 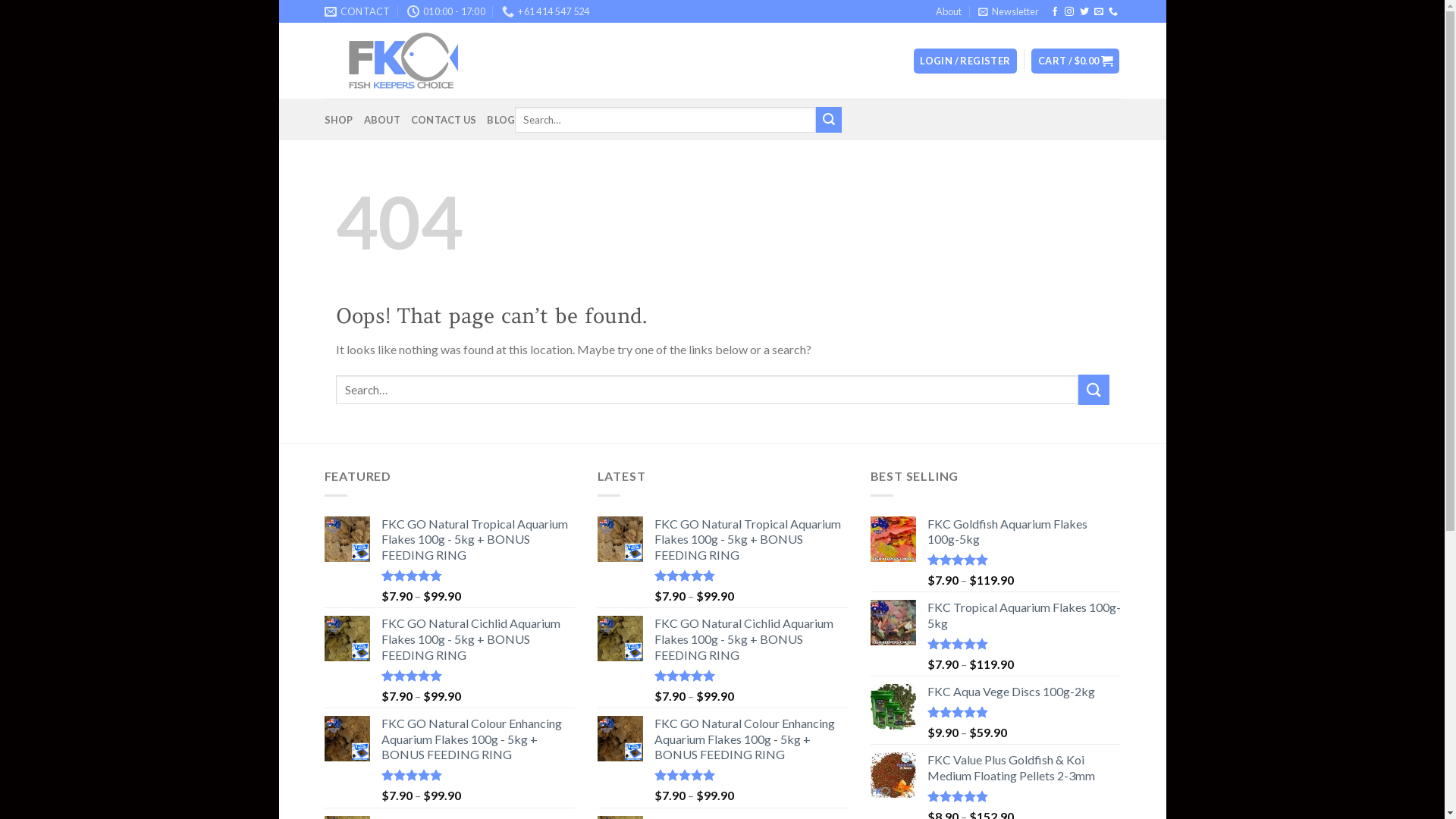 I want to click on 'SHOP', so click(x=337, y=119).